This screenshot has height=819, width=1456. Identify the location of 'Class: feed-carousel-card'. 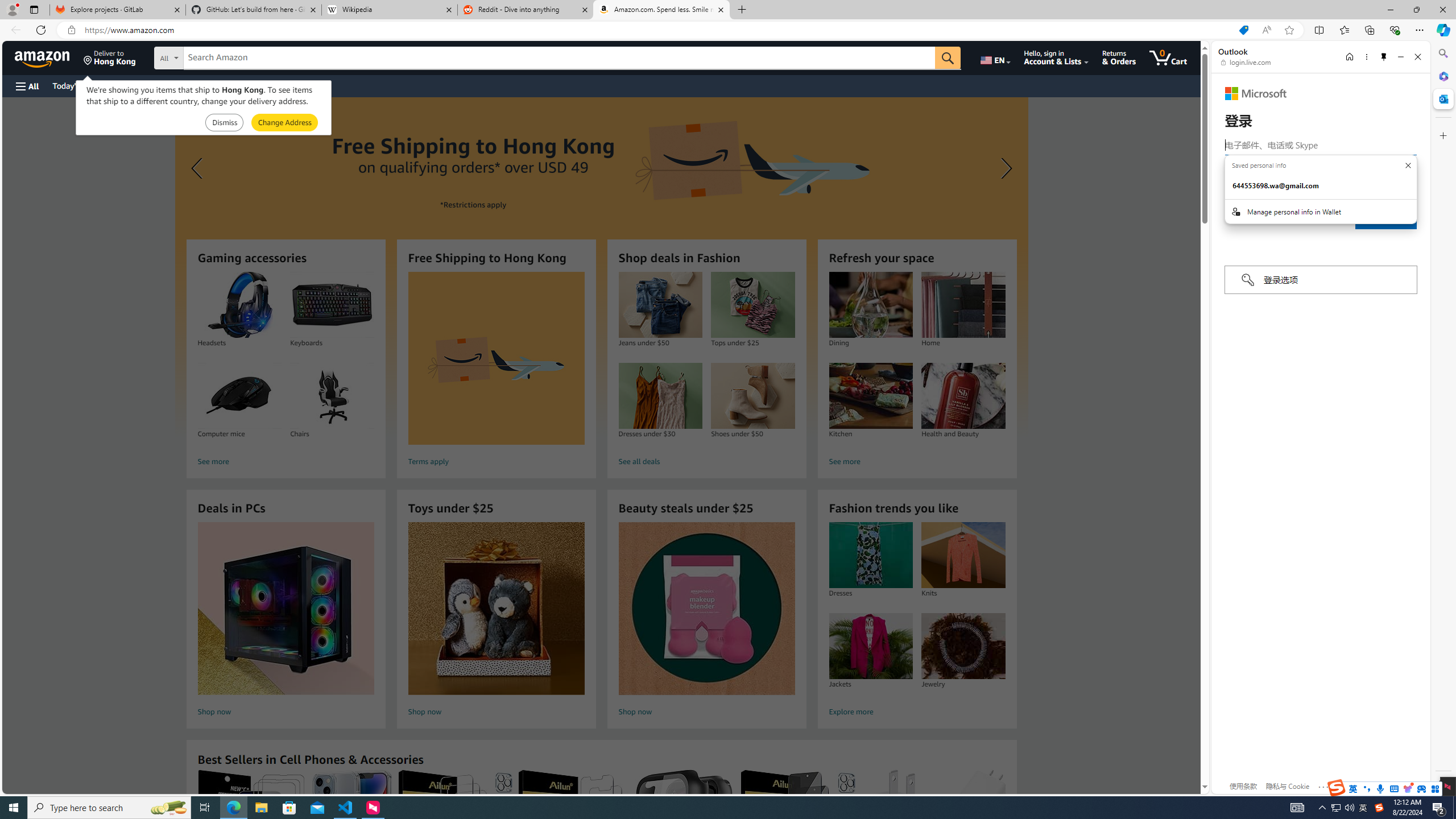
(1006, 819).